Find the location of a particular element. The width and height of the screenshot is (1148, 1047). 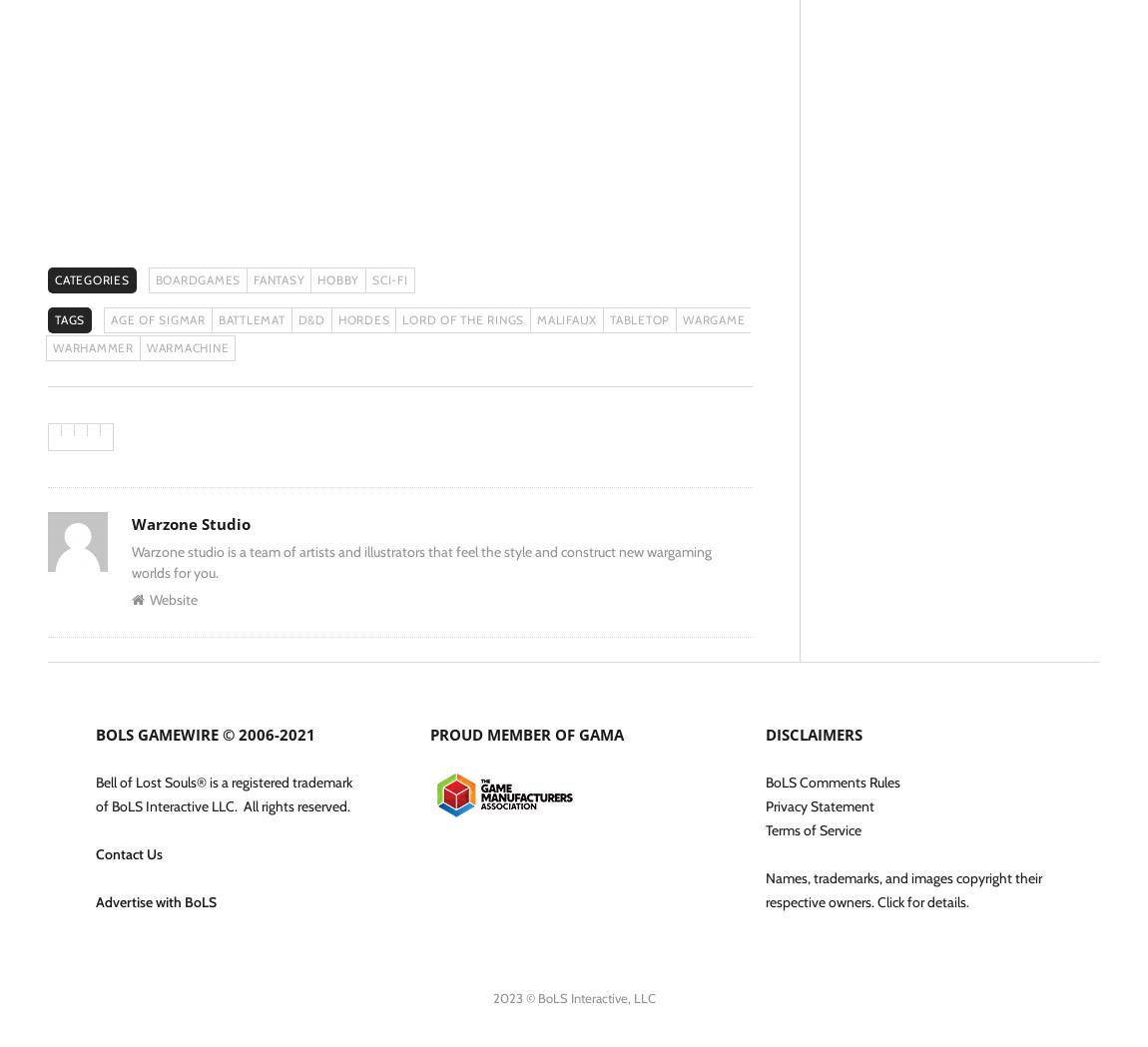

'Privacy Statement' is located at coordinates (820, 804).